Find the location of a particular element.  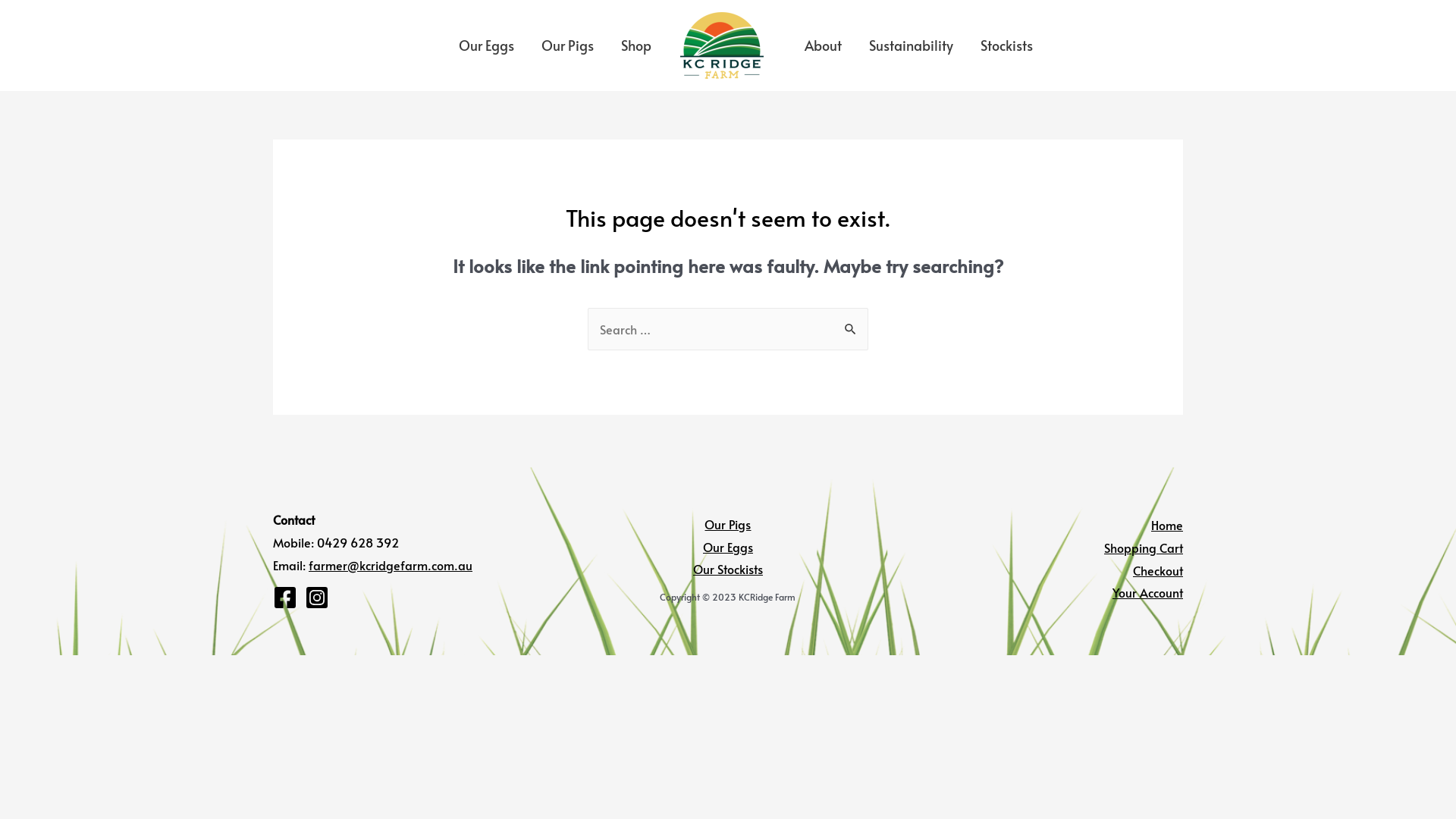

'Stockists' is located at coordinates (1006, 45).